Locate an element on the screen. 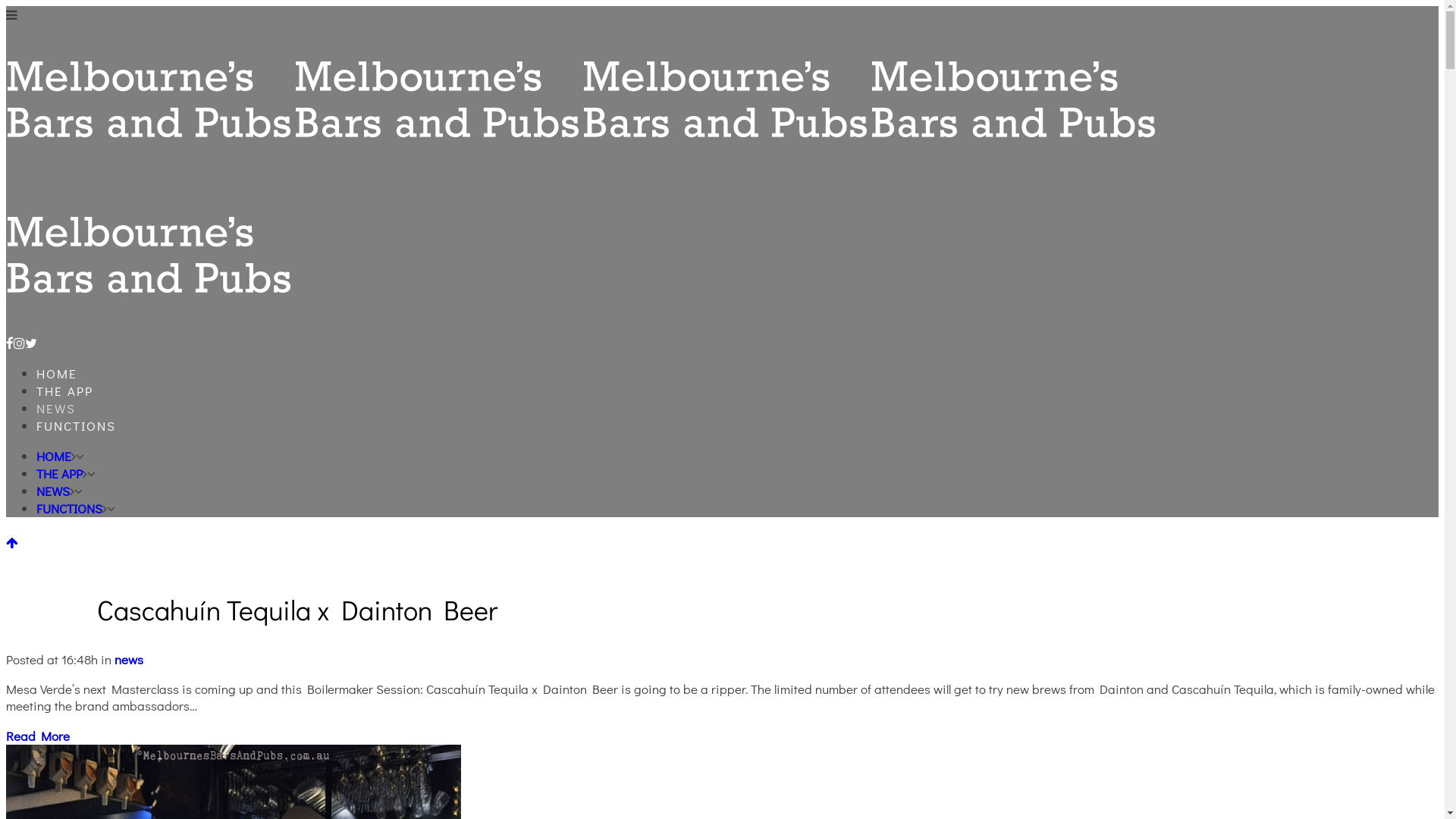  'THE APP' is located at coordinates (59, 472).